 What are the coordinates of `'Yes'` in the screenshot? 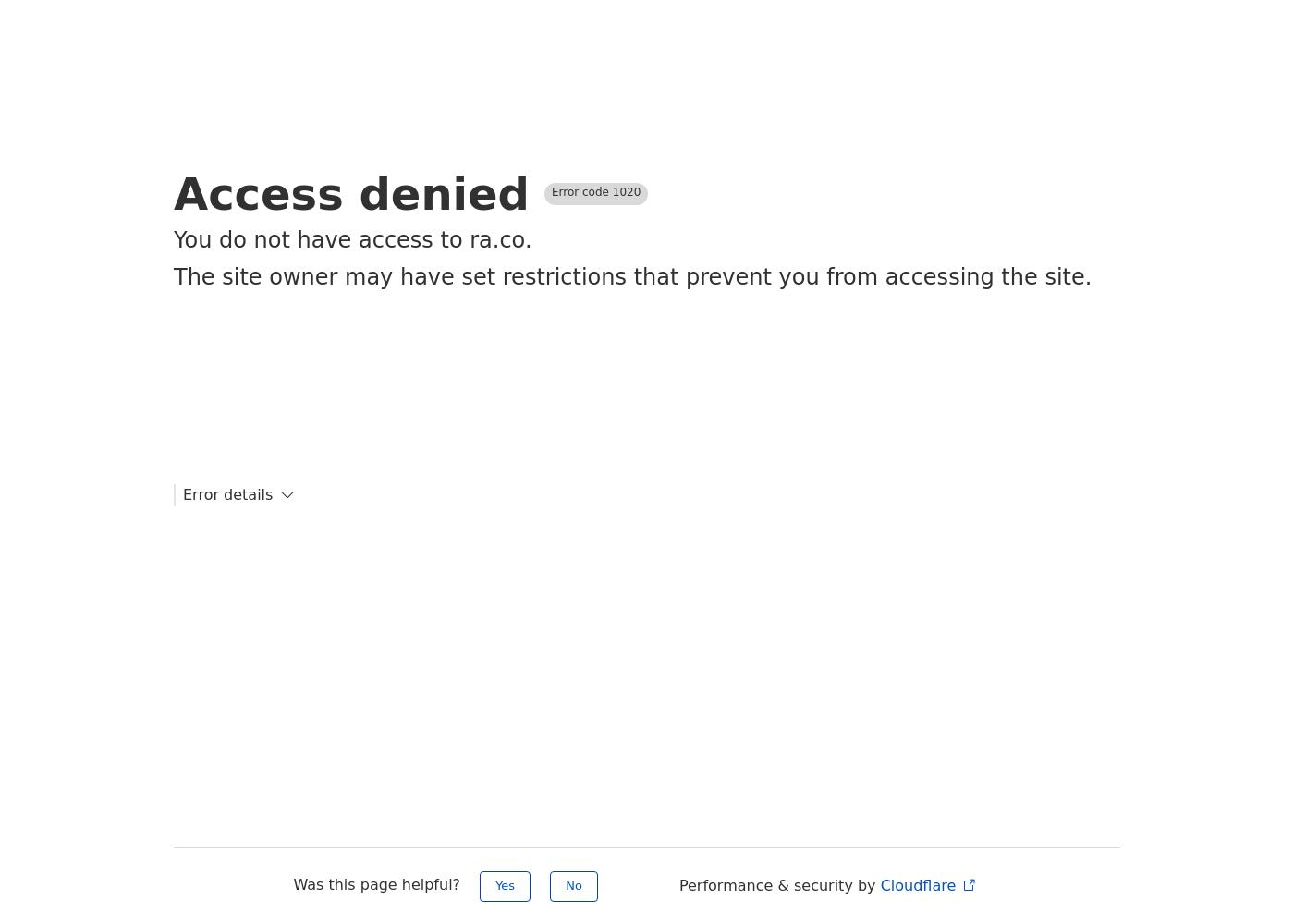 It's located at (495, 884).